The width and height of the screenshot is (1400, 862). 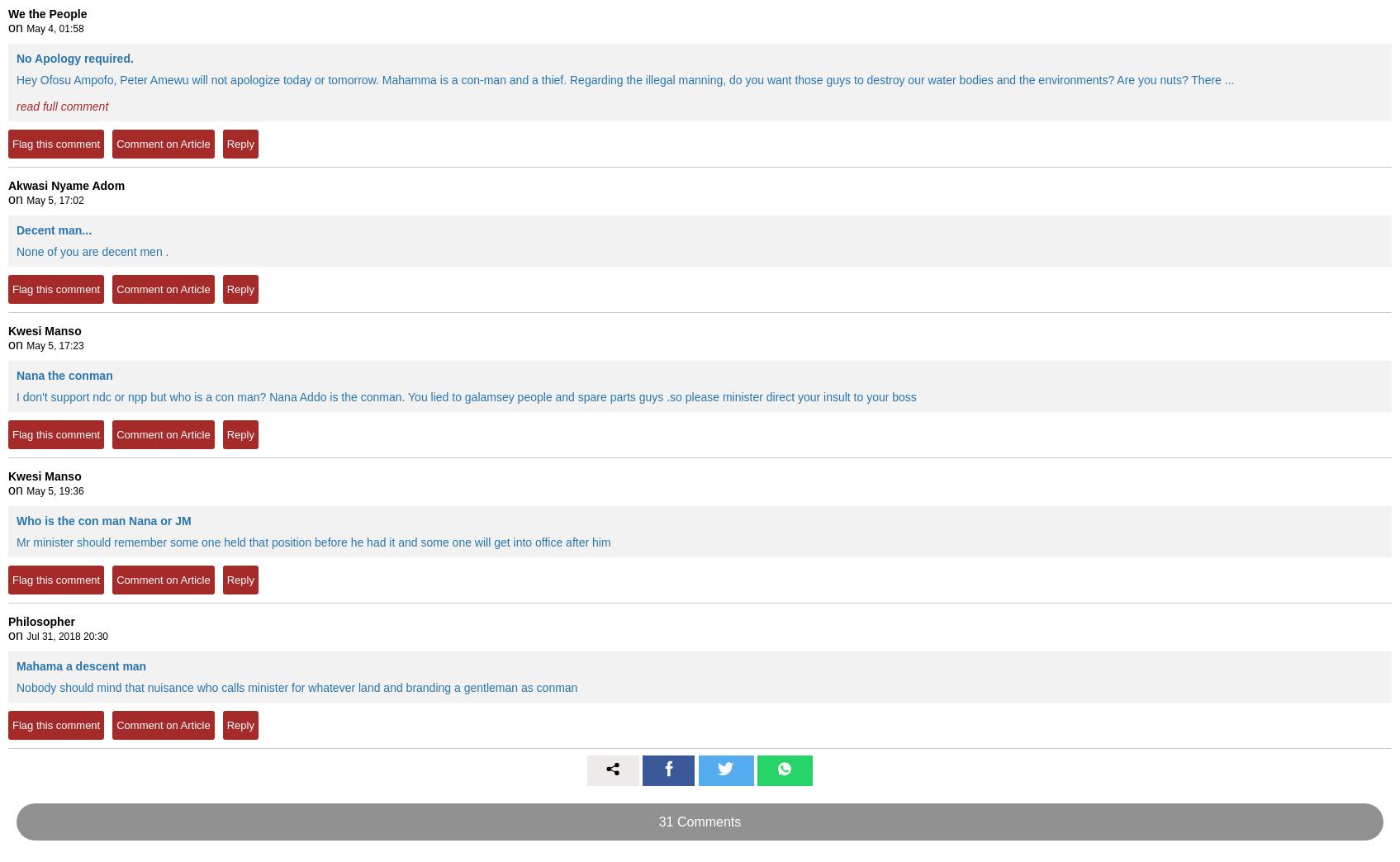 I want to click on 'May  5, 17:23', so click(x=54, y=344).